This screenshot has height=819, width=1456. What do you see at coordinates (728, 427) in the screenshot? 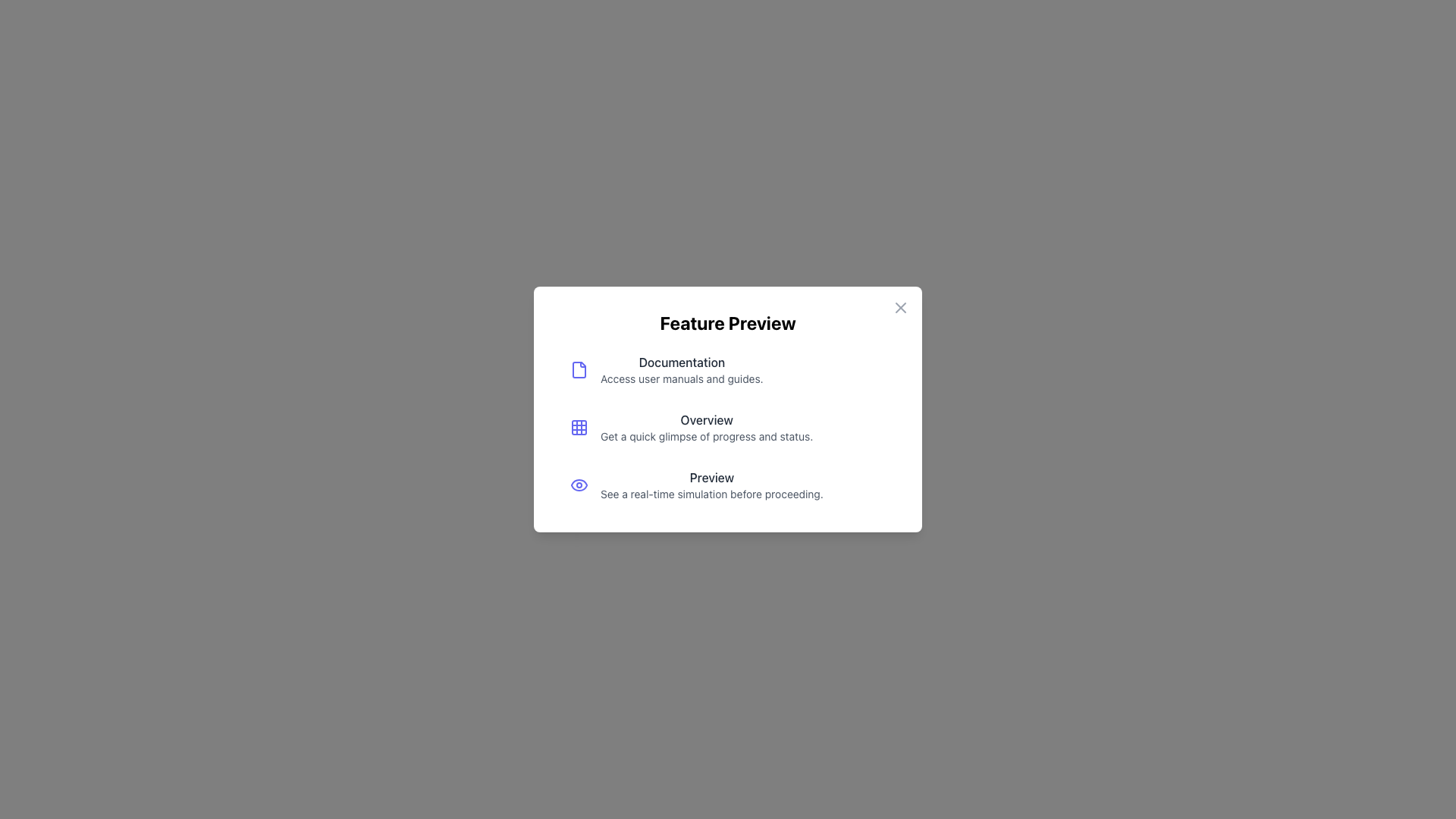
I see `the individual menu items in the vertical stack of three options labeled 'Documentation', 'Overview', and 'Preview' within the dialog box titled 'Feature Preview'` at bounding box center [728, 427].